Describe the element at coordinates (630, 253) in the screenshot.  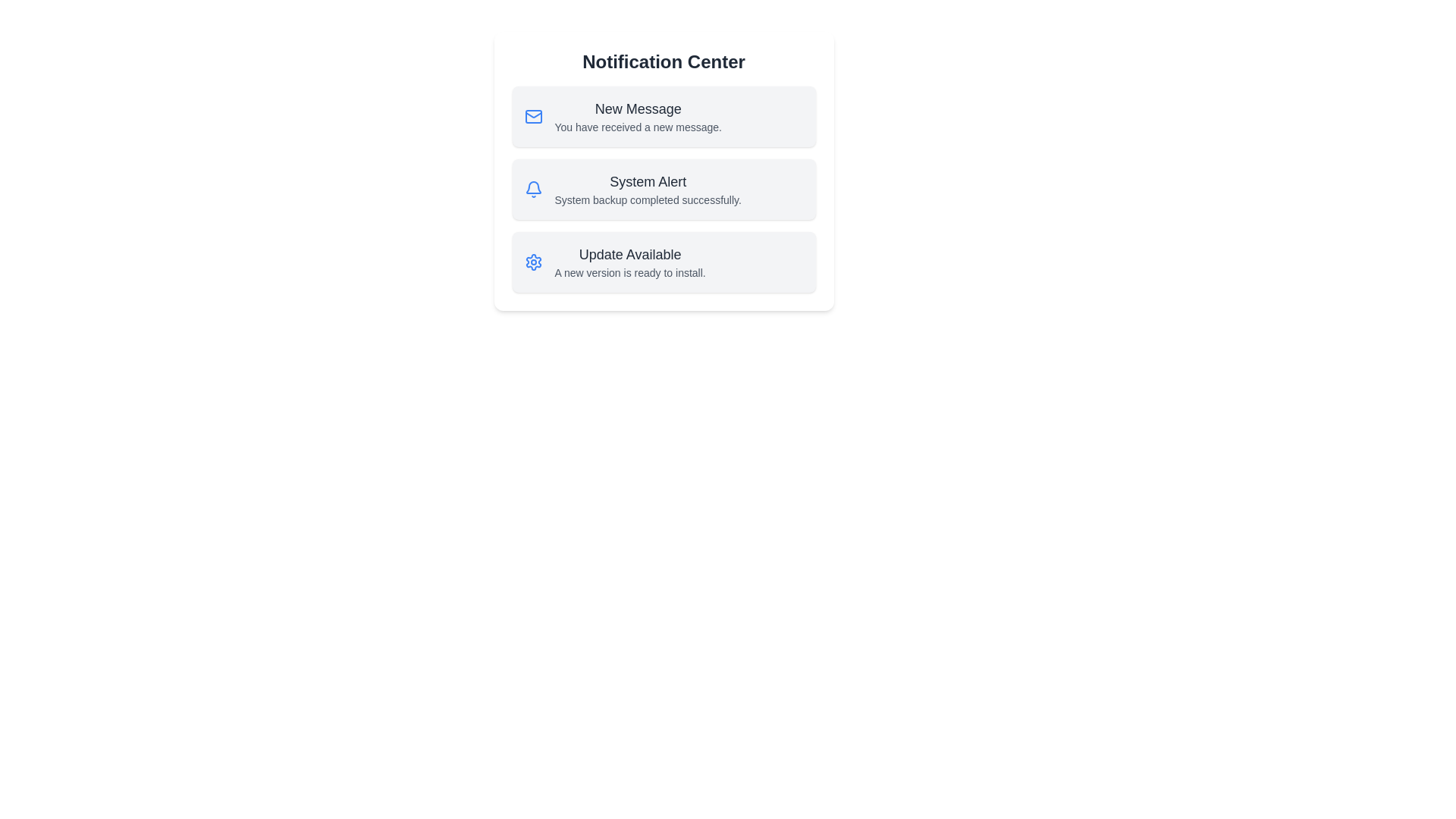
I see `the text label conveying the title of a notification about an available update in the Notification Center` at that location.